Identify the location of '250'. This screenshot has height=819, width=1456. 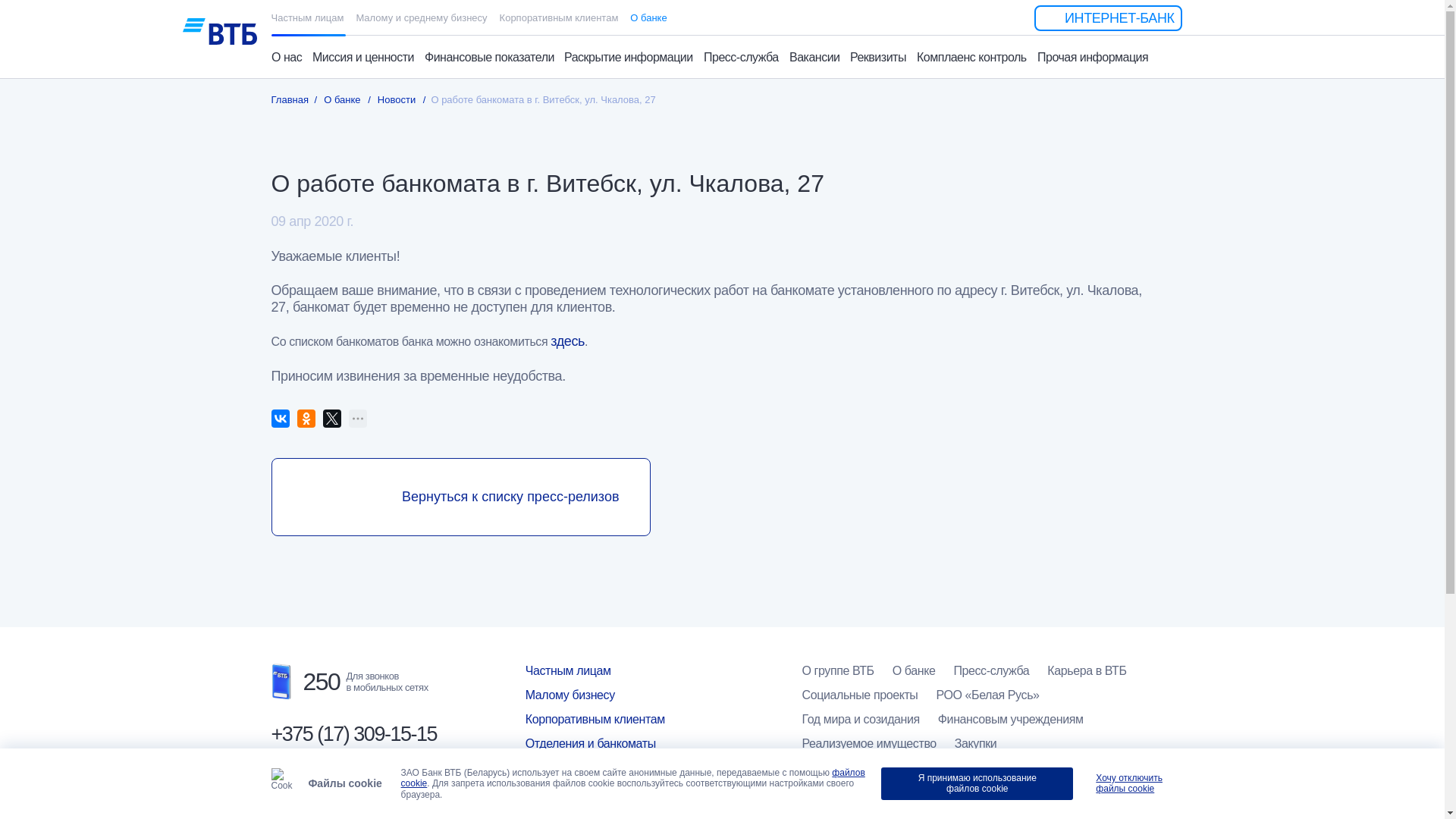
(305, 680).